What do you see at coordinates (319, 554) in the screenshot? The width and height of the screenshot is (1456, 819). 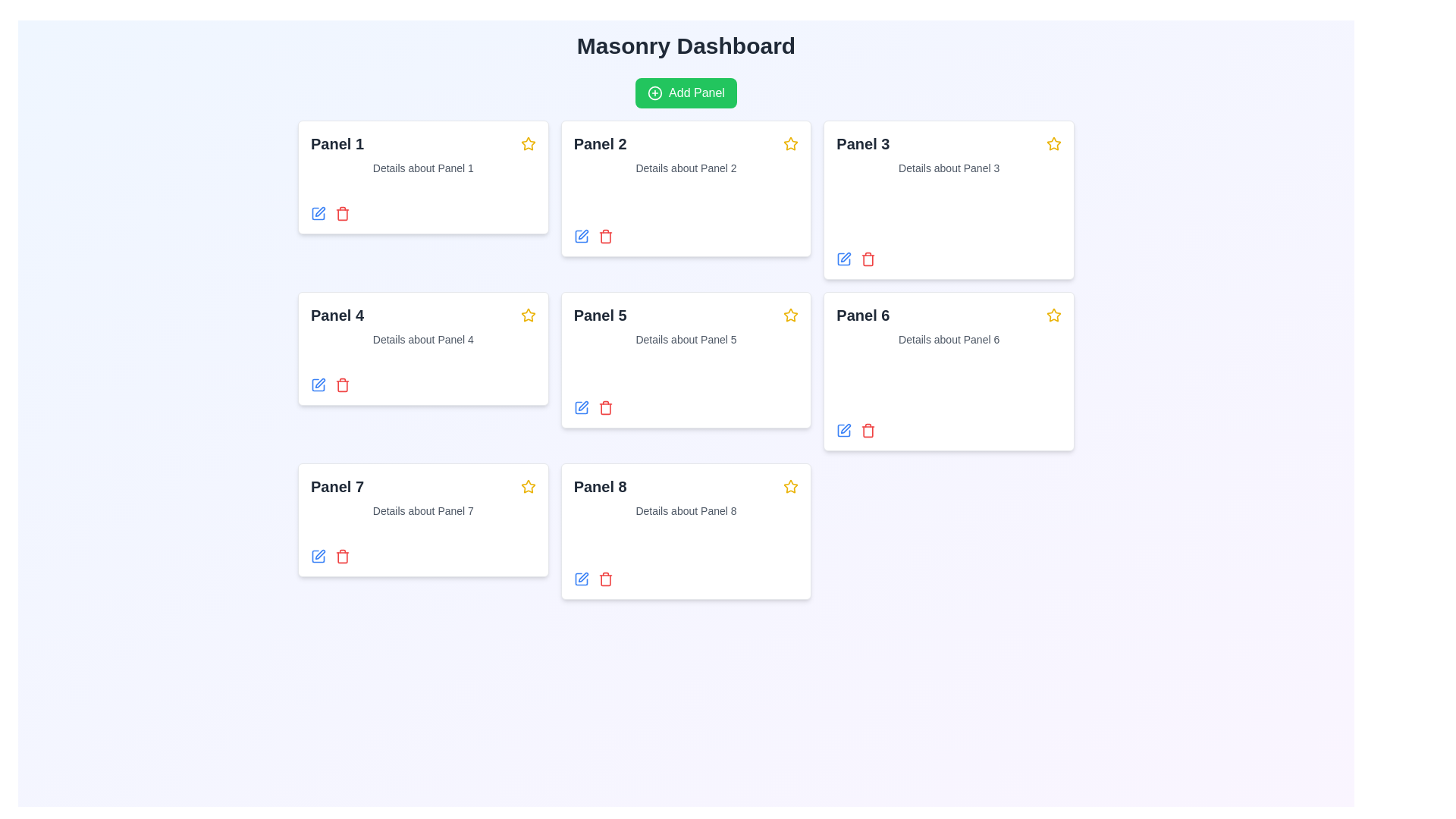 I see `the second icon (pen symbol) located under the 'Panel 7' card in the fourth row, first column of the grid layout` at bounding box center [319, 554].